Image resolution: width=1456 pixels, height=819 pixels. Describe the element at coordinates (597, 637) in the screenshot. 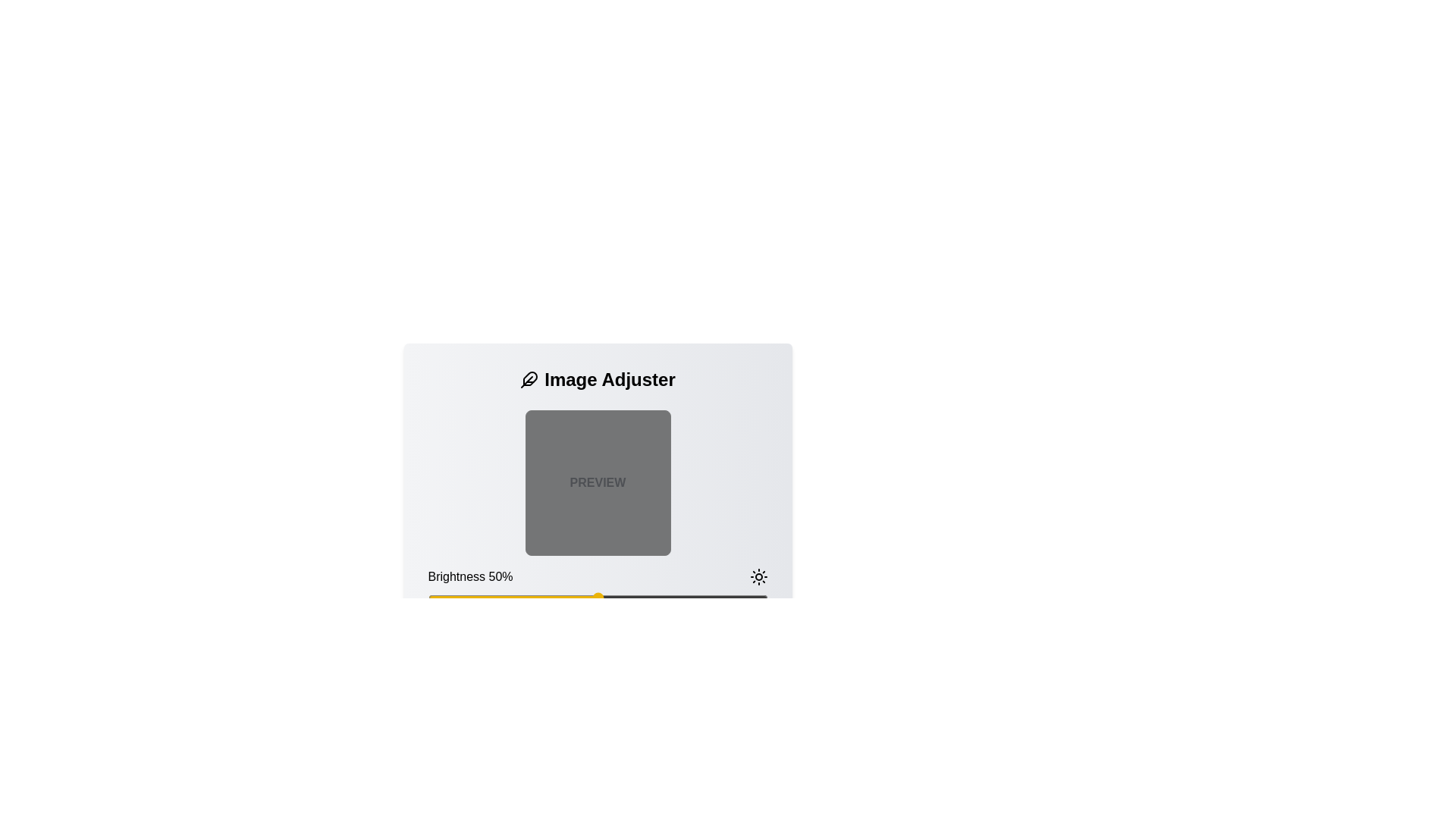

I see `the text element indicating the current contrast adjustment setting at 50%, which is located to the left and center of the slider, with a moon-shaped icon on its right` at that location.